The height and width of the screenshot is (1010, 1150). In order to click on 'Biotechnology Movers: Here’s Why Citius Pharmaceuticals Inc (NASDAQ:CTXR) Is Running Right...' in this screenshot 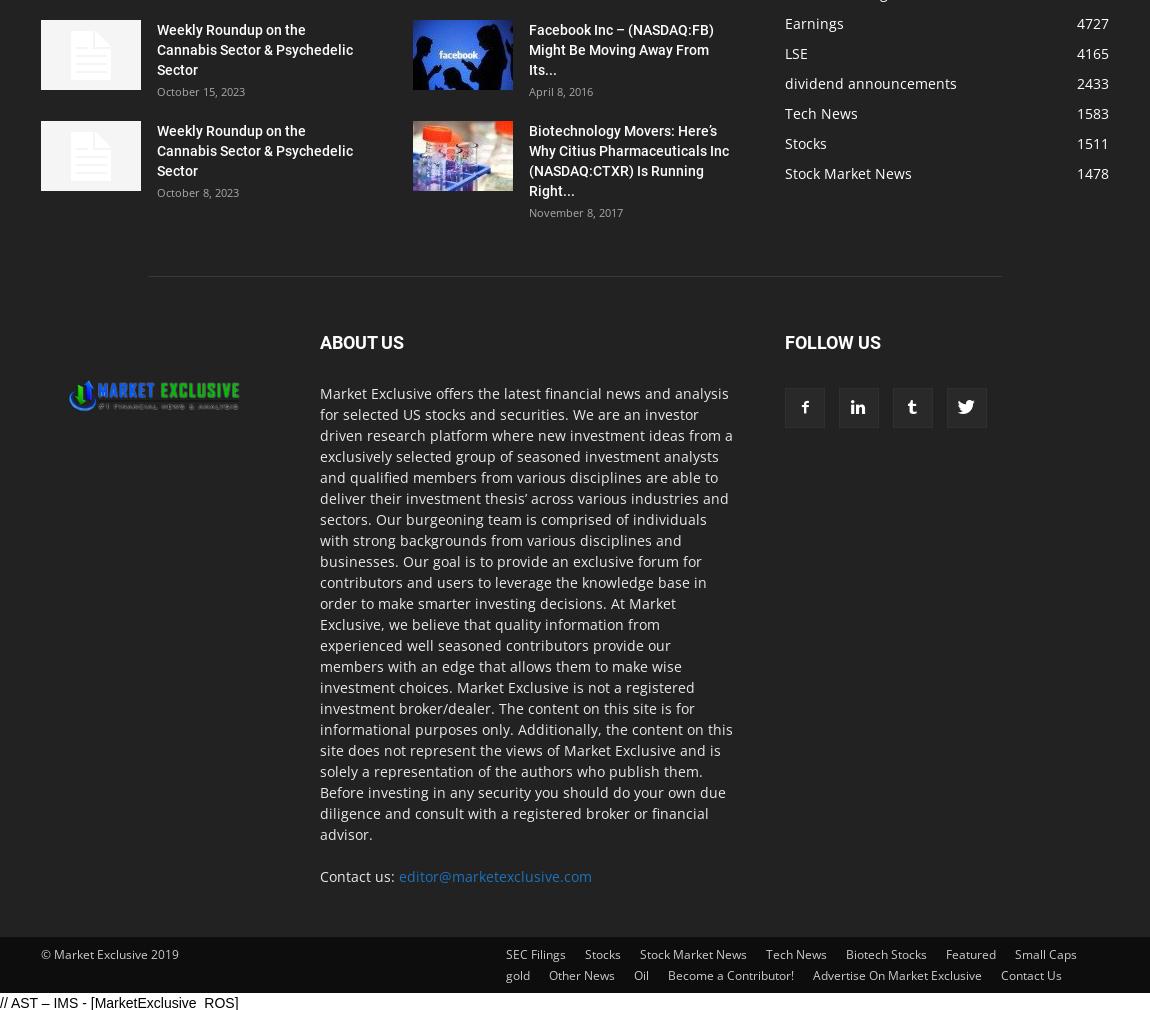, I will do `click(628, 159)`.